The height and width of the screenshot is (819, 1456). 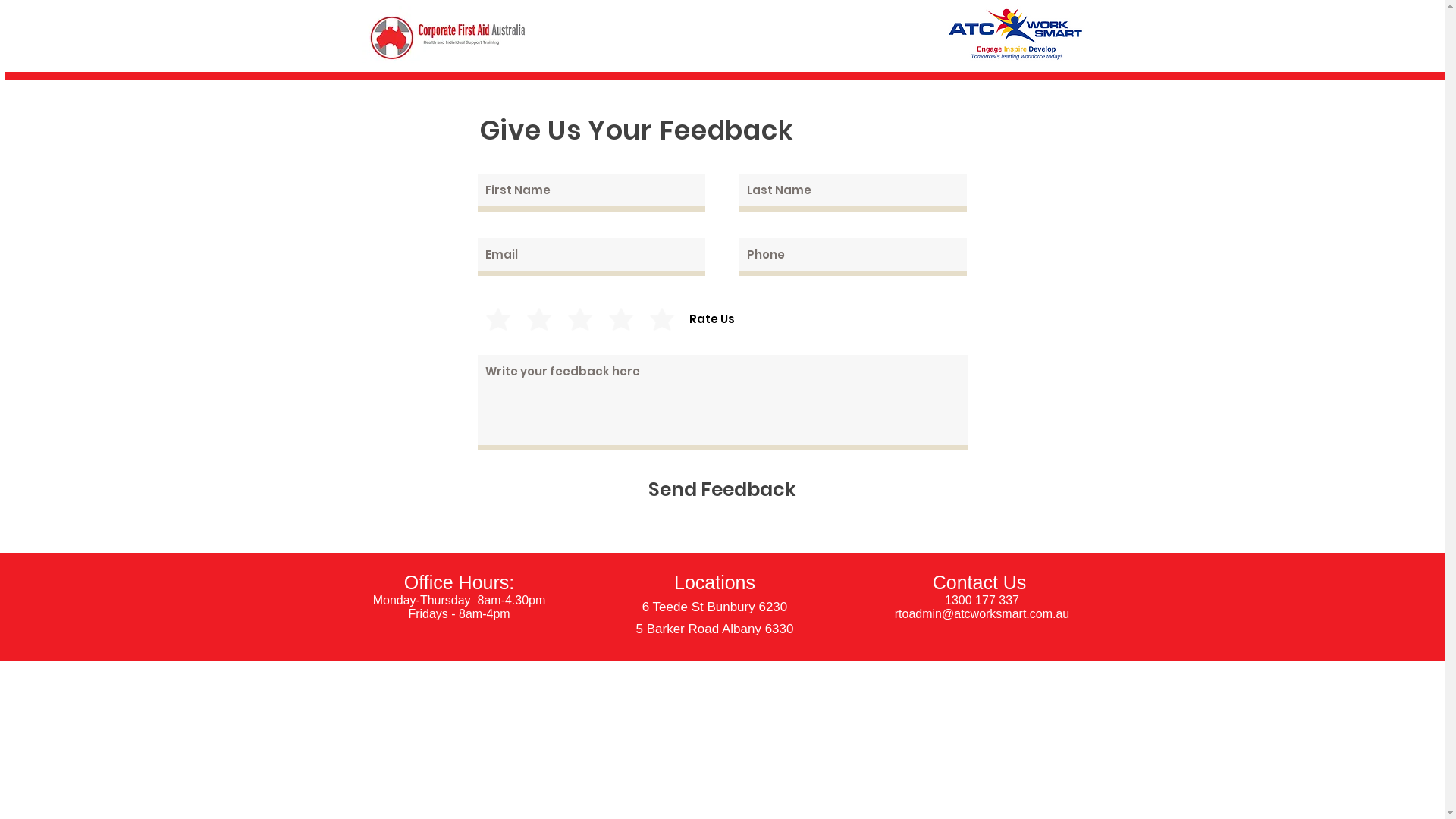 What do you see at coordinates (720, 489) in the screenshot?
I see `'Send Feedback'` at bounding box center [720, 489].